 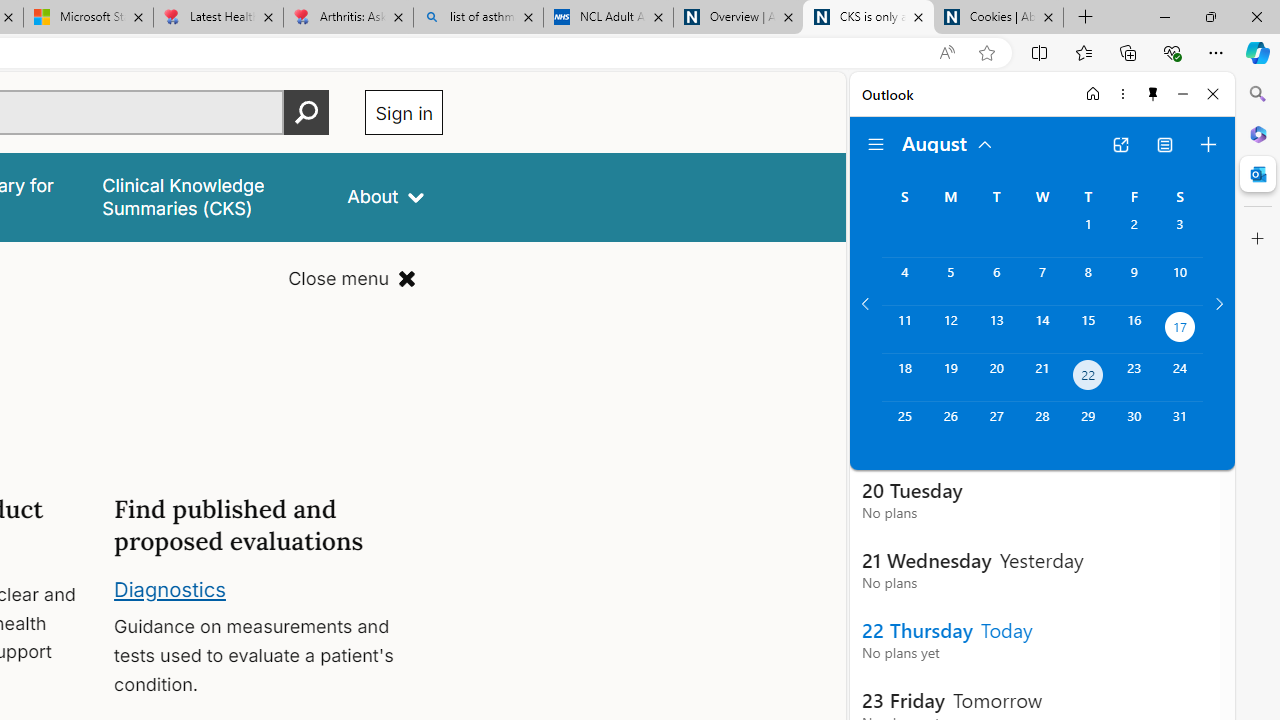 I want to click on 'Folder navigation', so click(x=876, y=144).